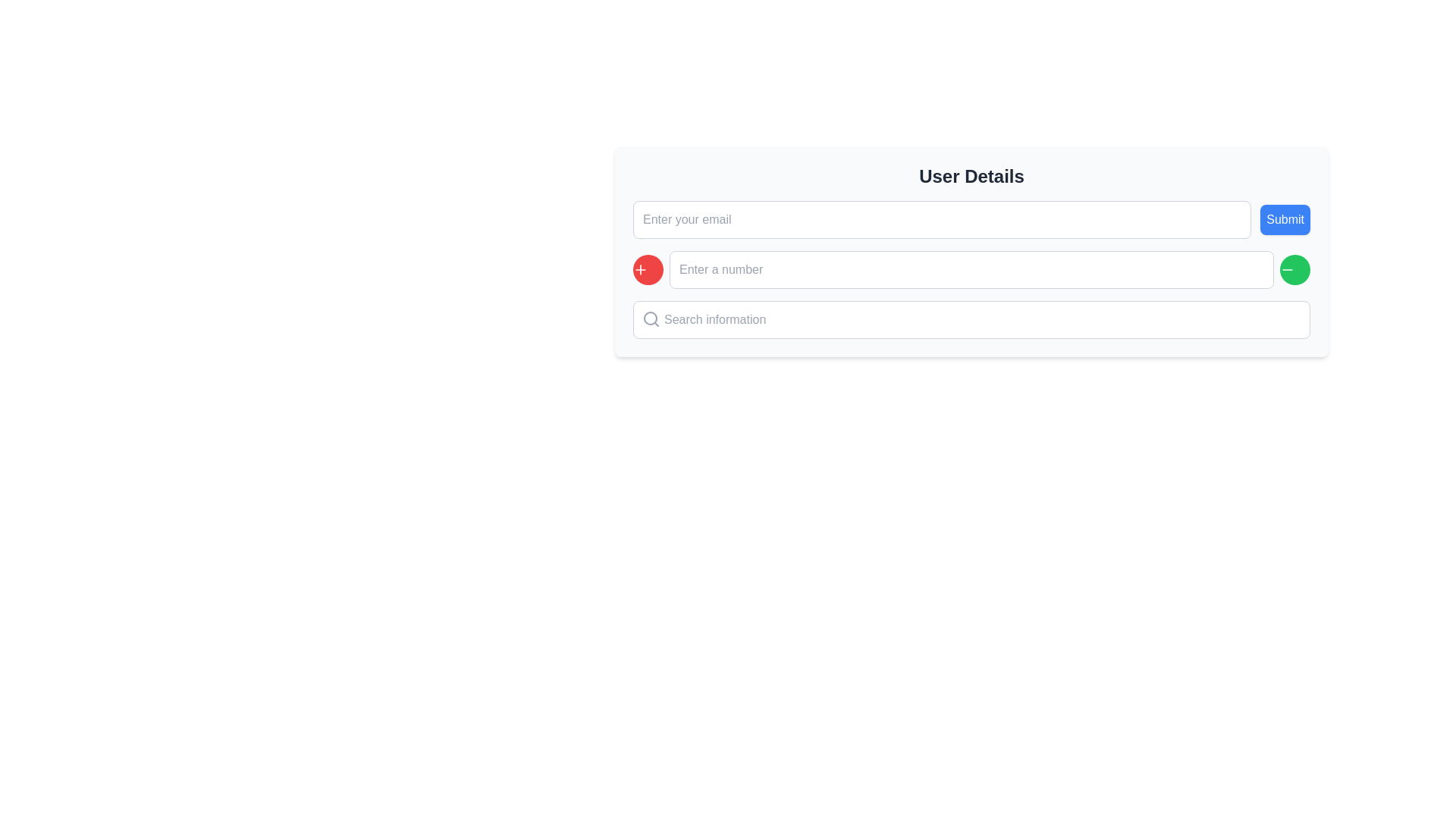 The width and height of the screenshot is (1456, 819). I want to click on the search icon located on the left side of the input field labeled 'Search information', so click(651, 318).